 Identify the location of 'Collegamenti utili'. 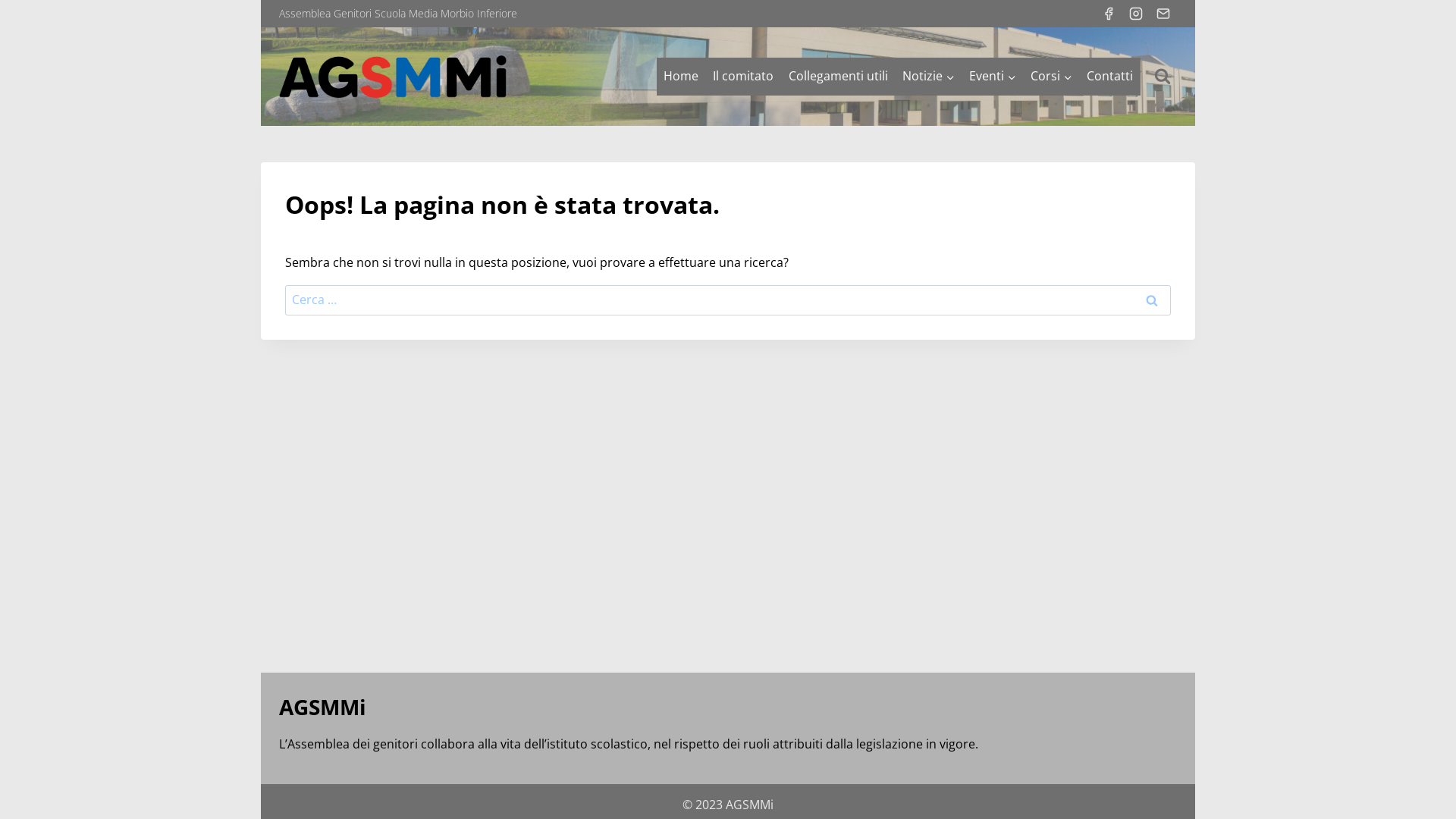
(836, 76).